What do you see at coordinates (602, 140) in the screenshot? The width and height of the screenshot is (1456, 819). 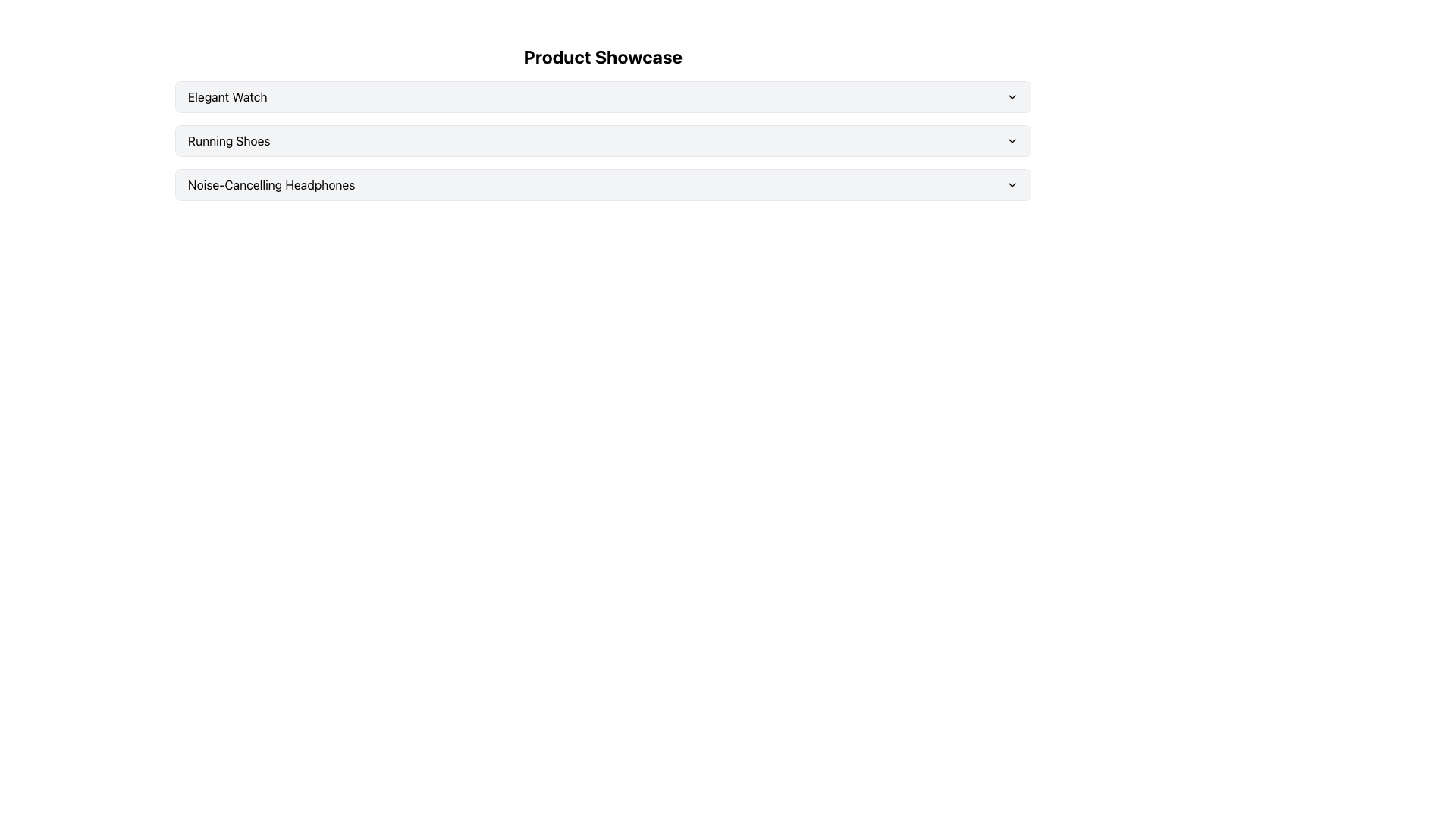 I see `the second button in the vertically stacked list labeled 'Running Shoes'` at bounding box center [602, 140].